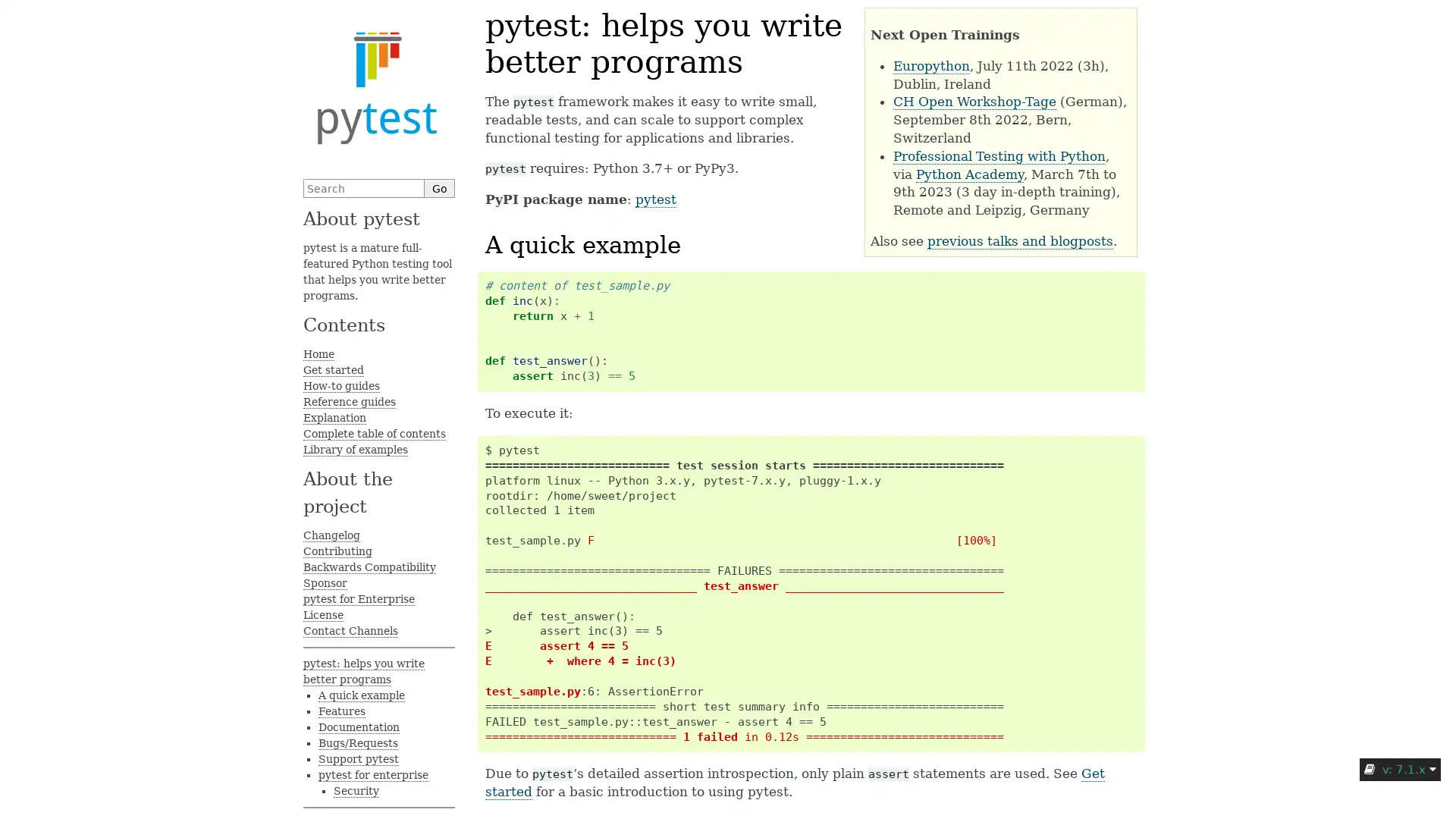 This screenshot has width=1456, height=819. Describe the element at coordinates (439, 187) in the screenshot. I see `Go` at that location.